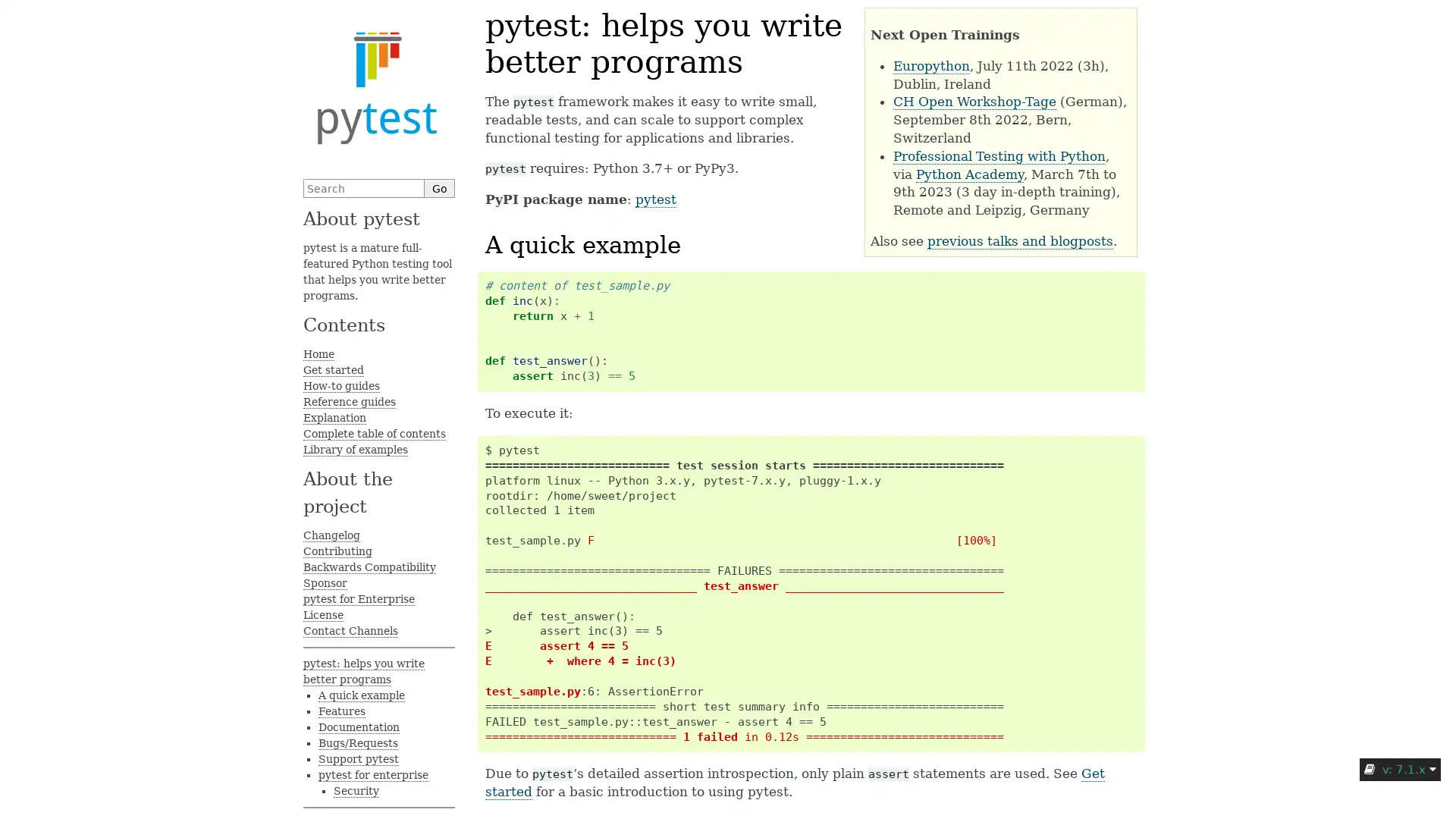 This screenshot has width=1456, height=819. Describe the element at coordinates (439, 187) in the screenshot. I see `Go` at that location.